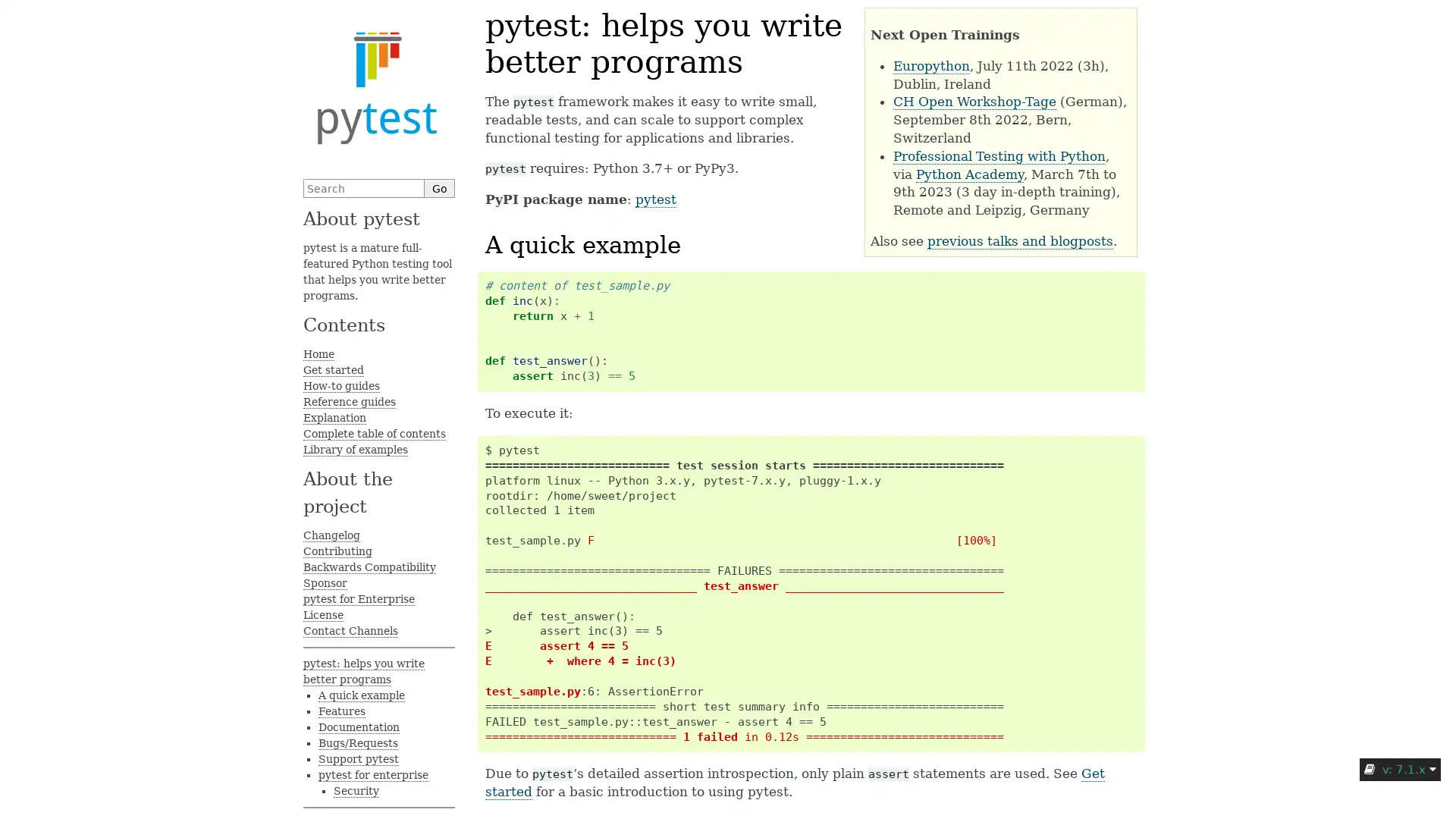 This screenshot has width=1456, height=819. Describe the element at coordinates (439, 187) in the screenshot. I see `Go` at that location.